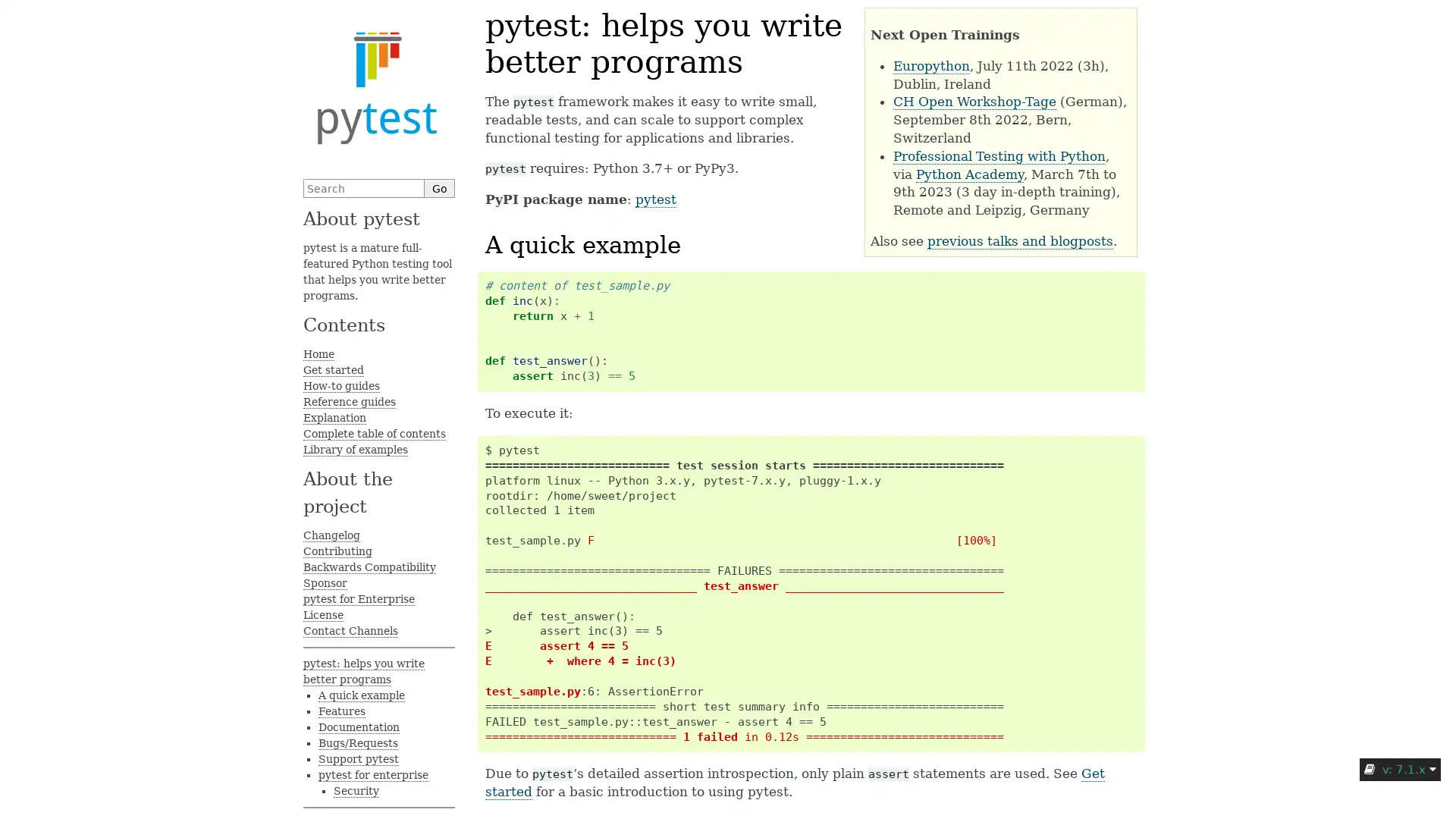 This screenshot has width=1456, height=819. Describe the element at coordinates (439, 187) in the screenshot. I see `Go` at that location.